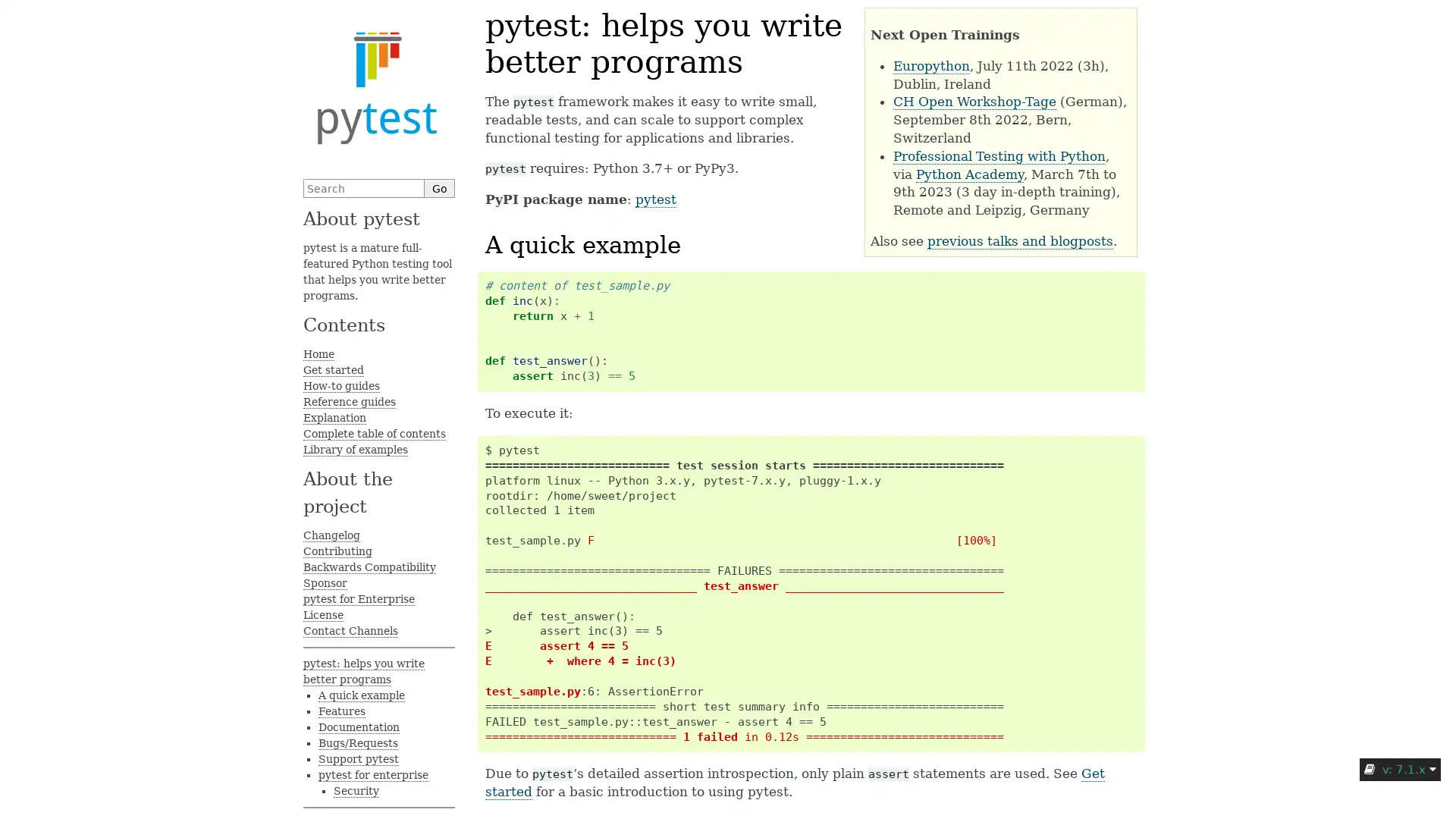 This screenshot has width=1456, height=819. Describe the element at coordinates (439, 187) in the screenshot. I see `Go` at that location.